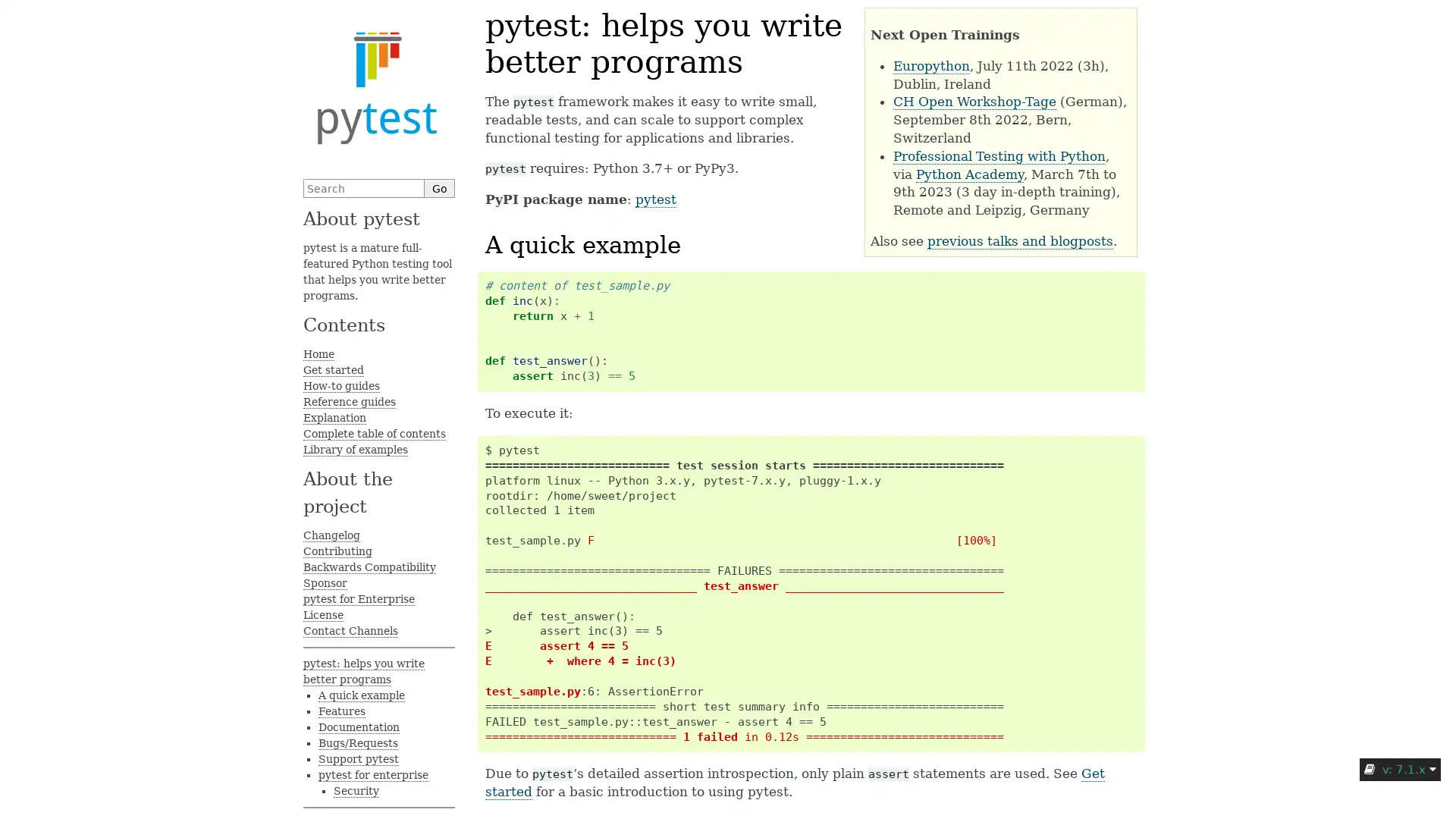 This screenshot has width=1456, height=819. Describe the element at coordinates (439, 187) in the screenshot. I see `Go` at that location.